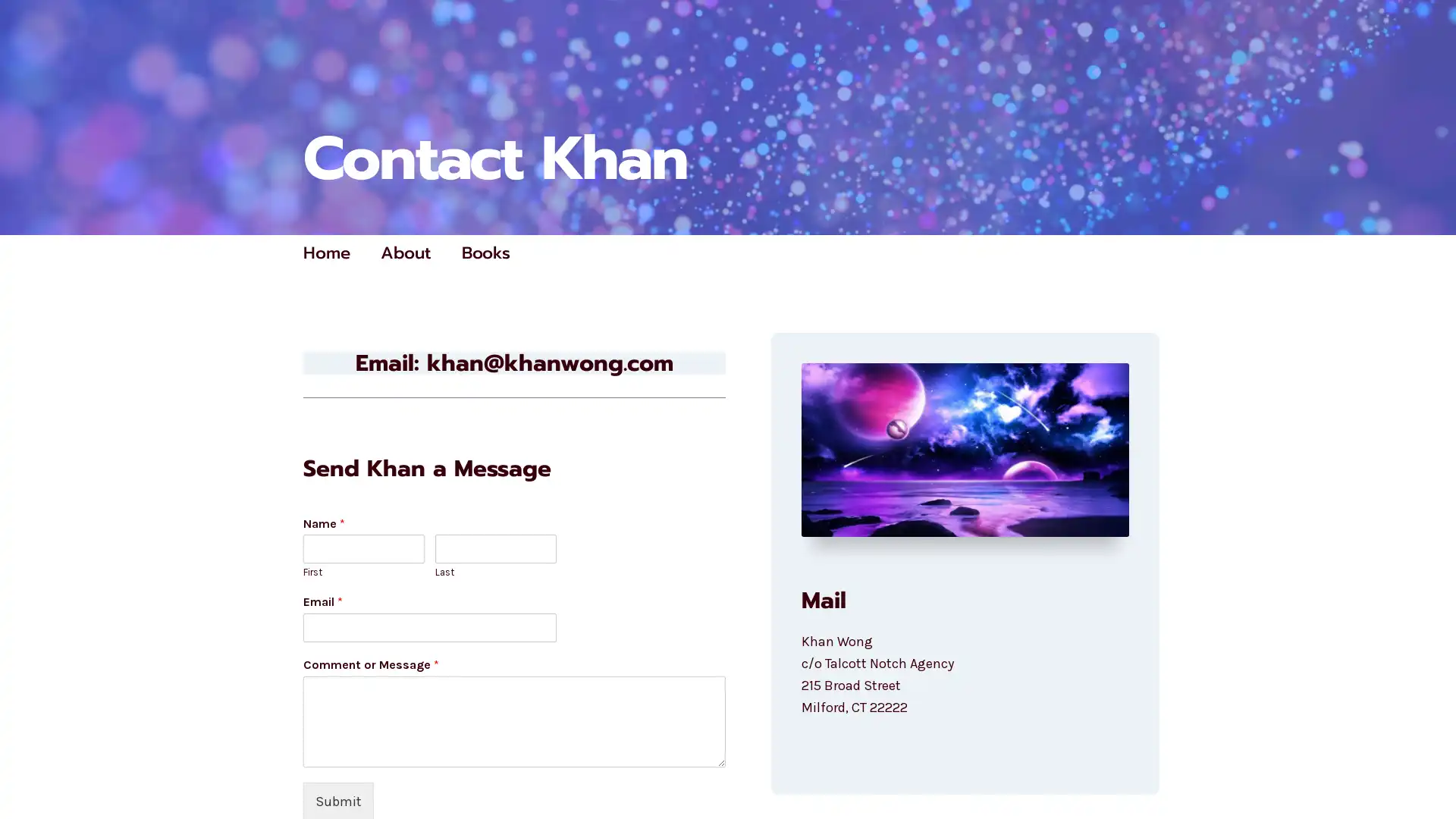  I want to click on Scroll to top, so click(1426, 767).